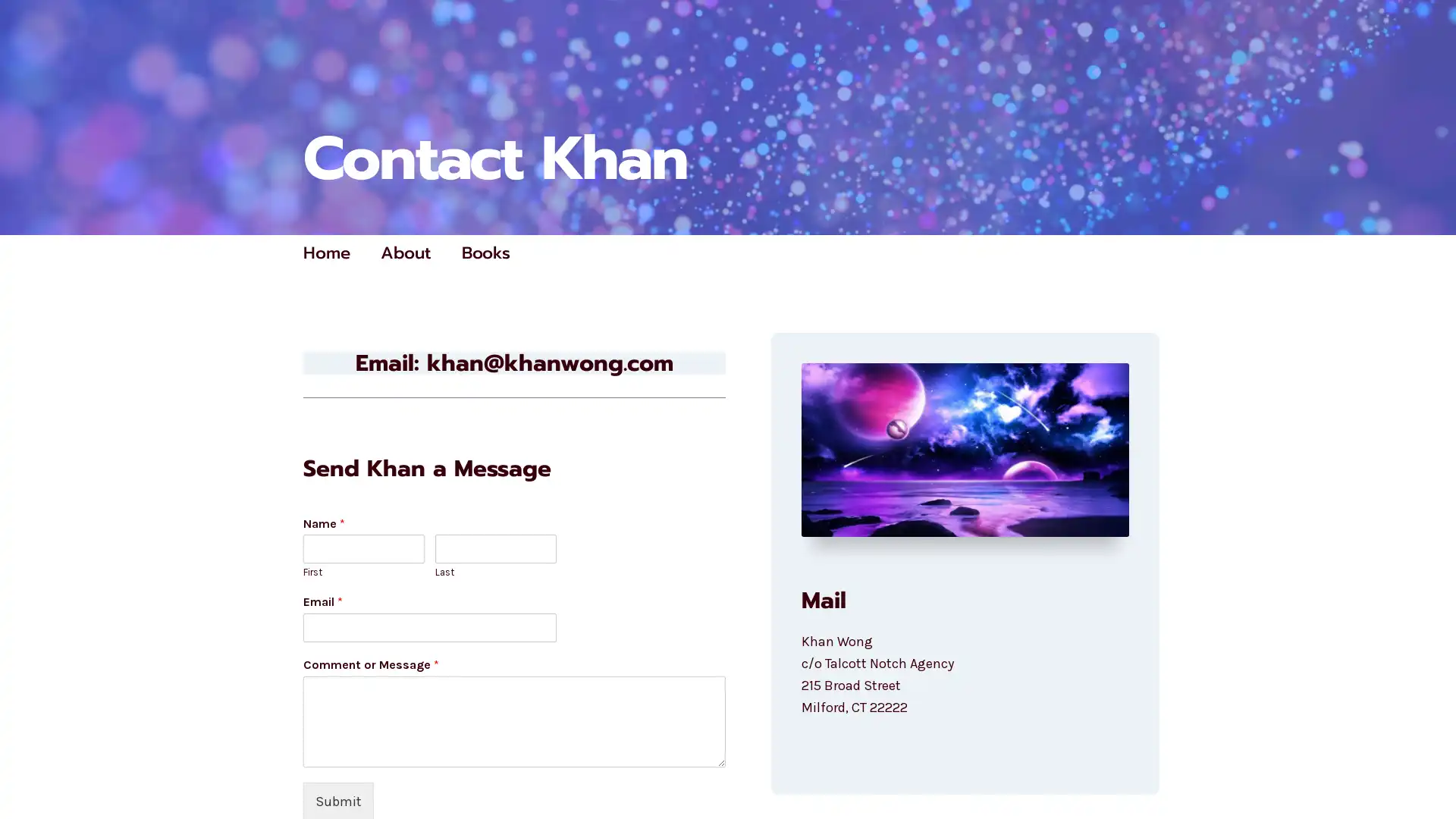  I want to click on Scroll to top, so click(1426, 767).